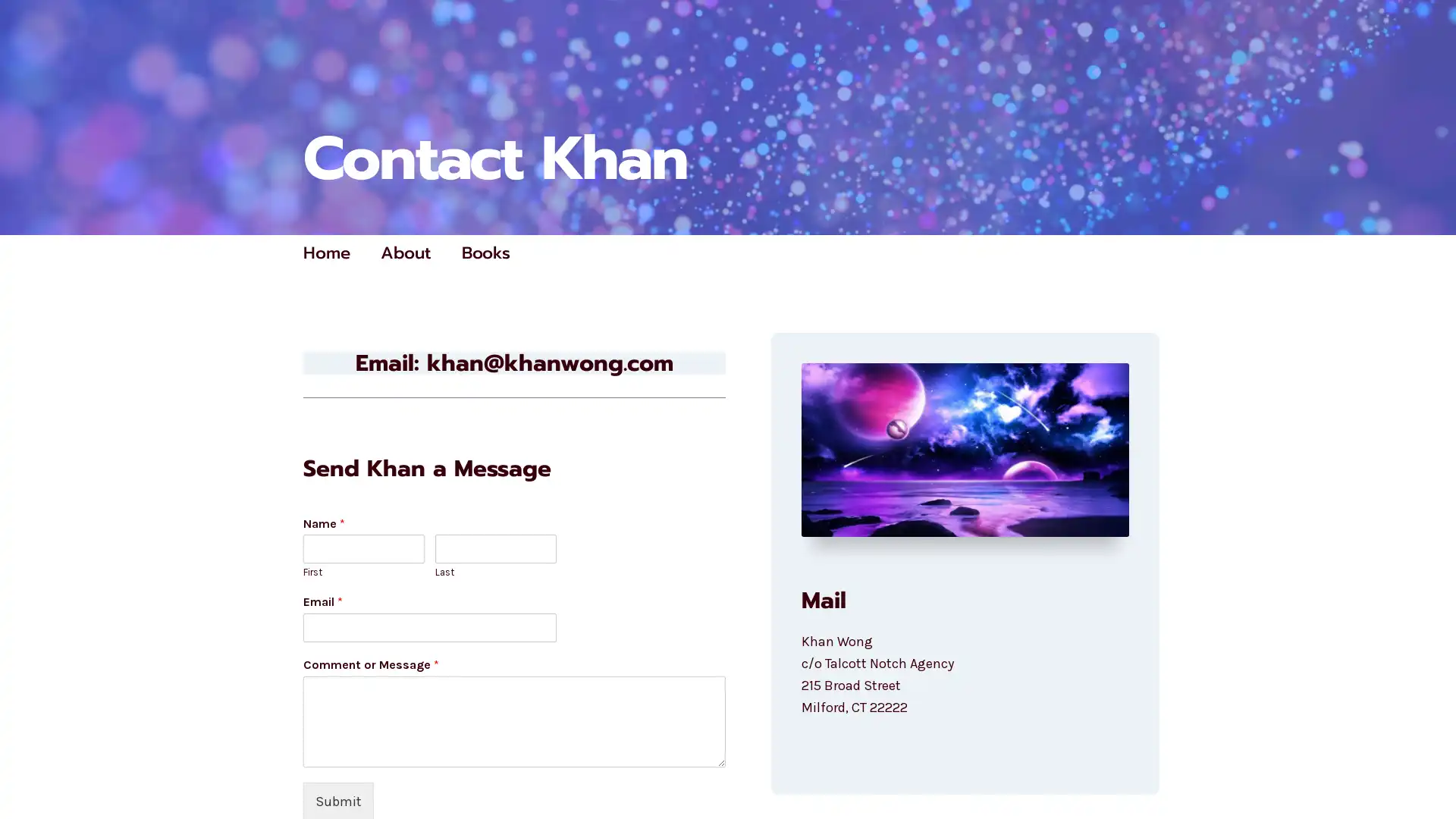  I want to click on Scroll to top, so click(1426, 767).